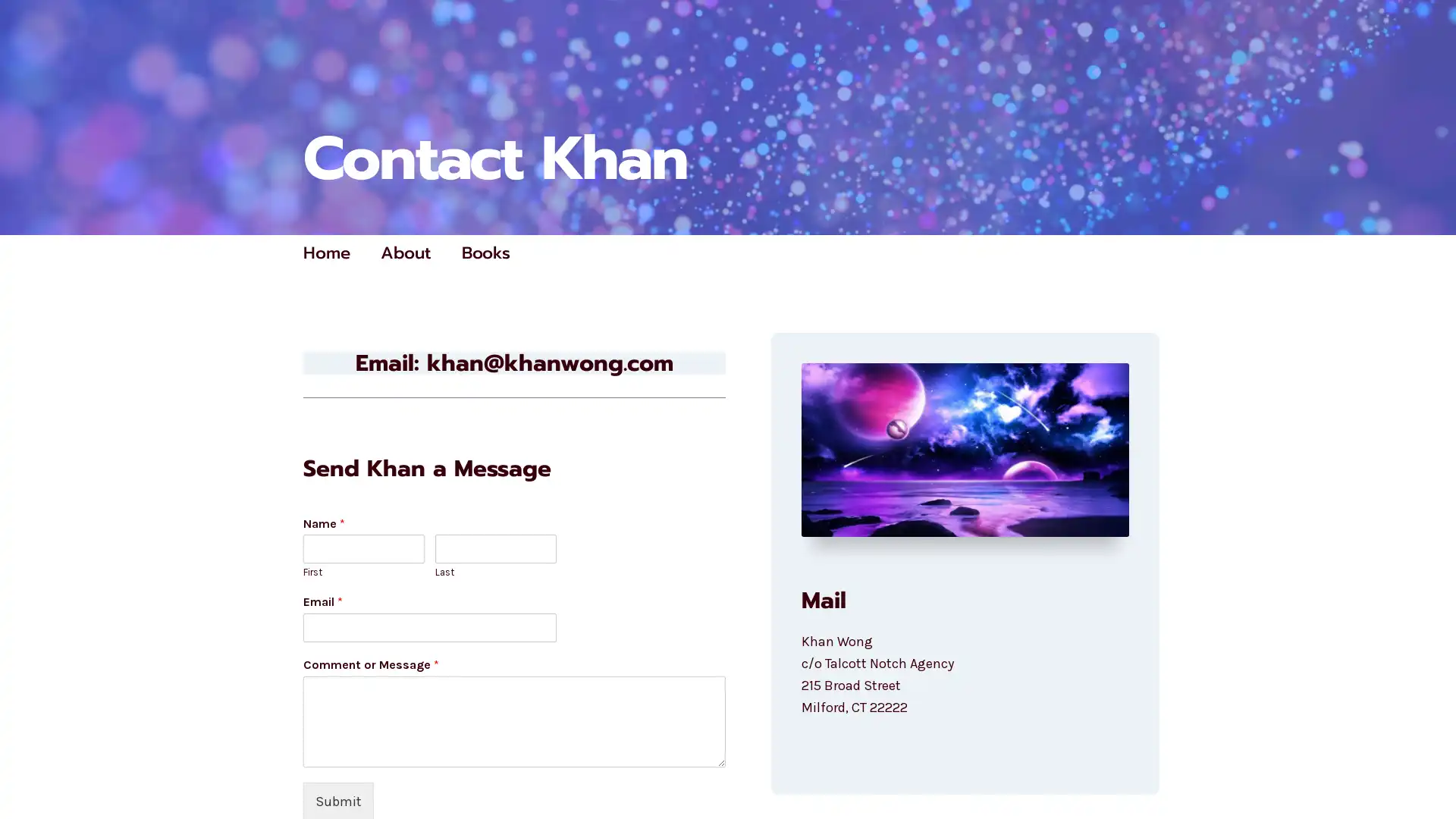  I want to click on Scroll to top, so click(1426, 767).